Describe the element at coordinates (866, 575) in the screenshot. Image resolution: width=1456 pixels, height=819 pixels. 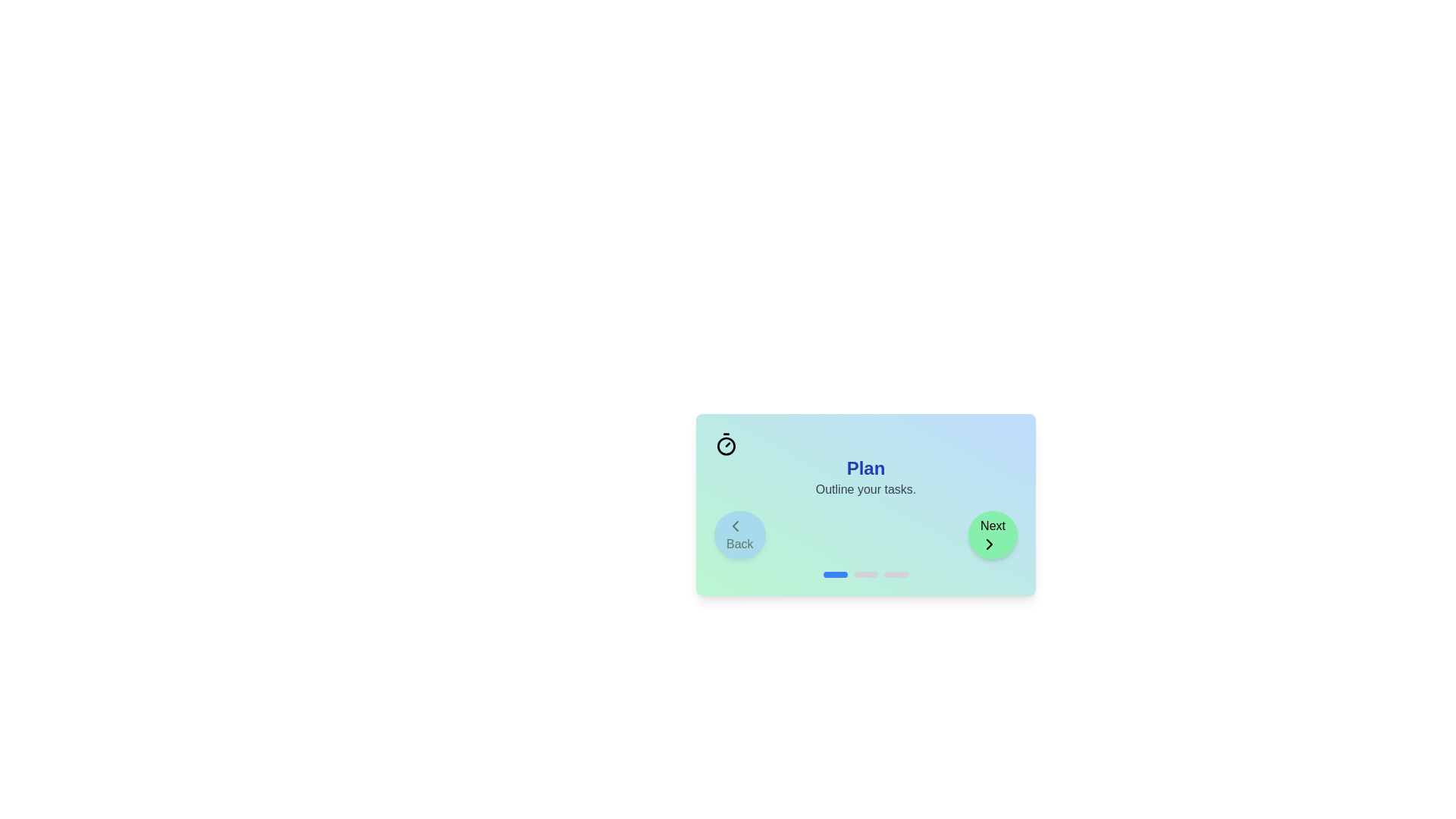
I see `the stage indicator corresponding to Execute` at that location.